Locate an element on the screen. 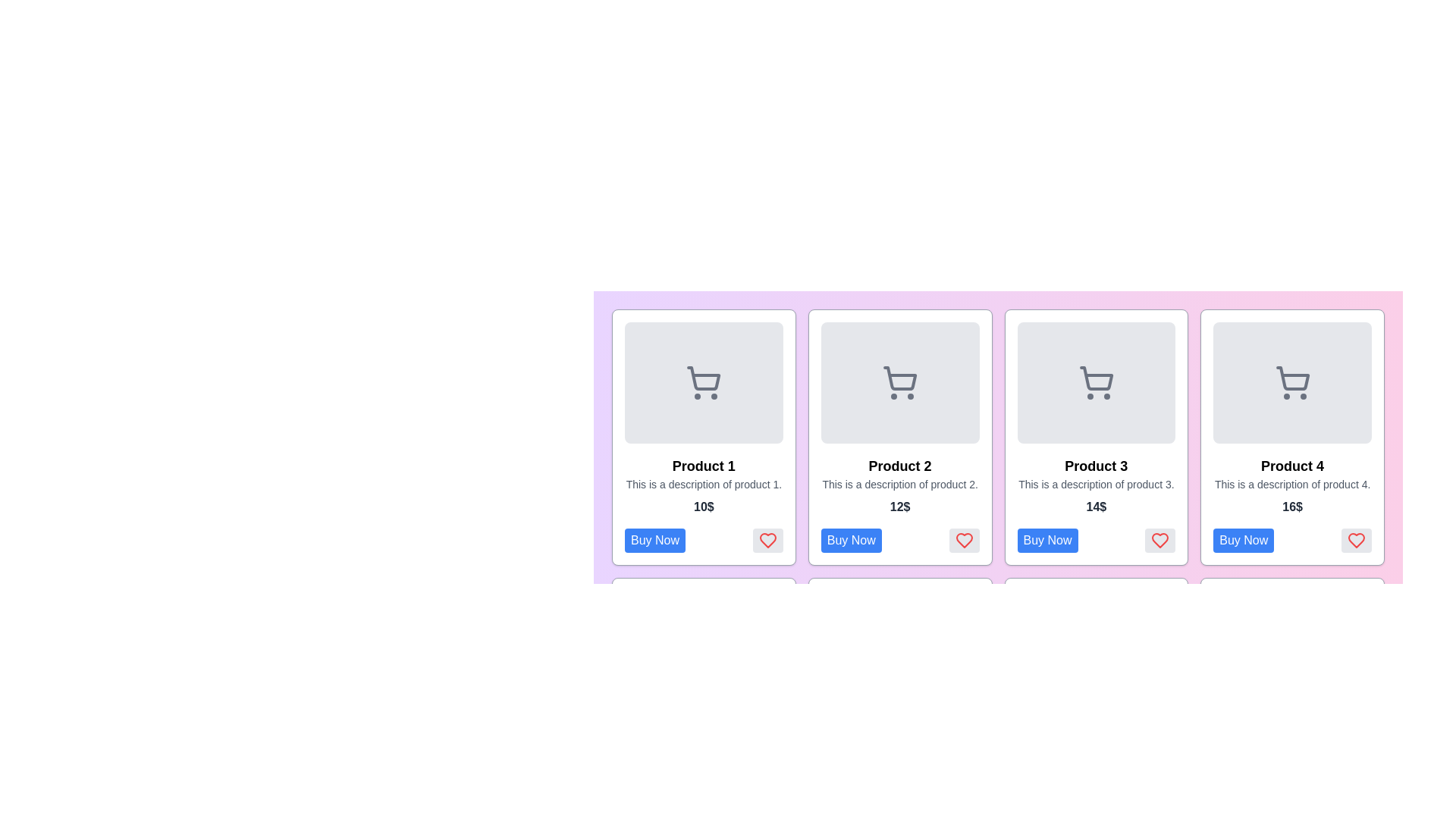 This screenshot has height=819, width=1456. the favorite icon located at the bottom-right side of the product card for 'Product 2' to mark or unmark it as a favorite is located at coordinates (963, 540).